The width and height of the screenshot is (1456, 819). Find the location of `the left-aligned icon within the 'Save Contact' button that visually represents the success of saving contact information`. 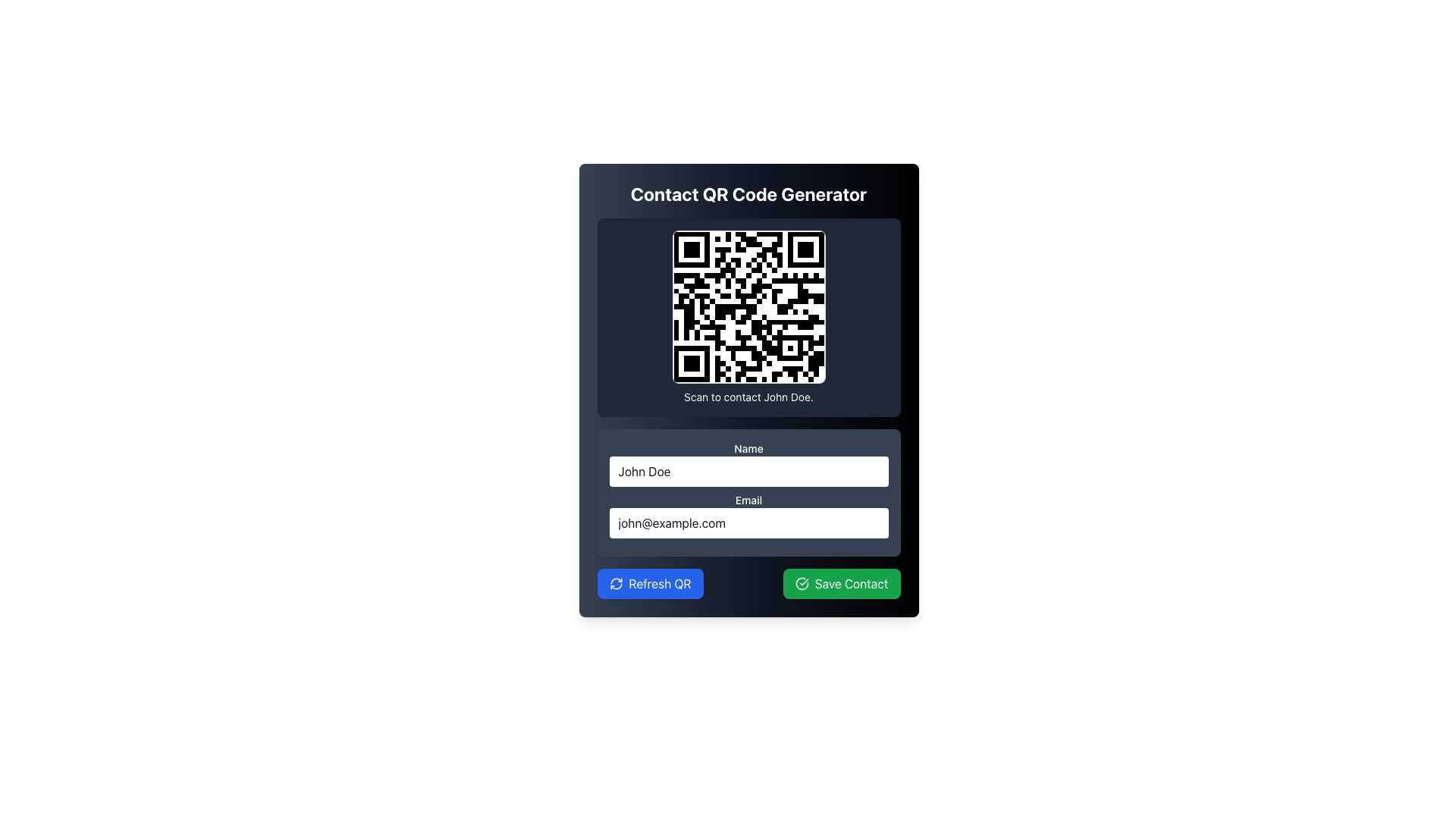

the left-aligned icon within the 'Save Contact' button that visually represents the success of saving contact information is located at coordinates (801, 583).